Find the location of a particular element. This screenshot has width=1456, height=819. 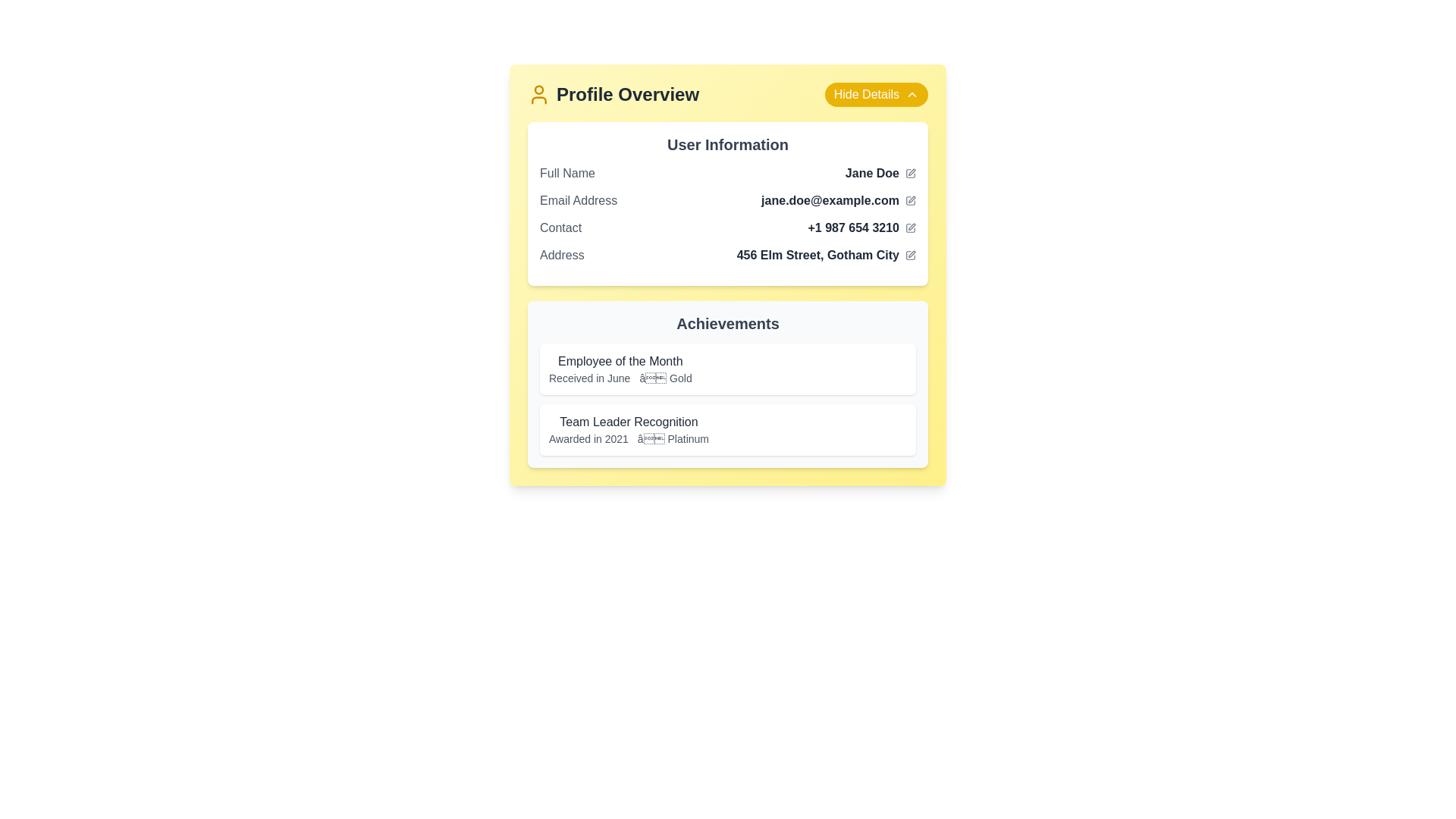

the chevron icon located at the right edge of the 'Hide Details' button in the upper-right corner of the yellow box is located at coordinates (912, 94).